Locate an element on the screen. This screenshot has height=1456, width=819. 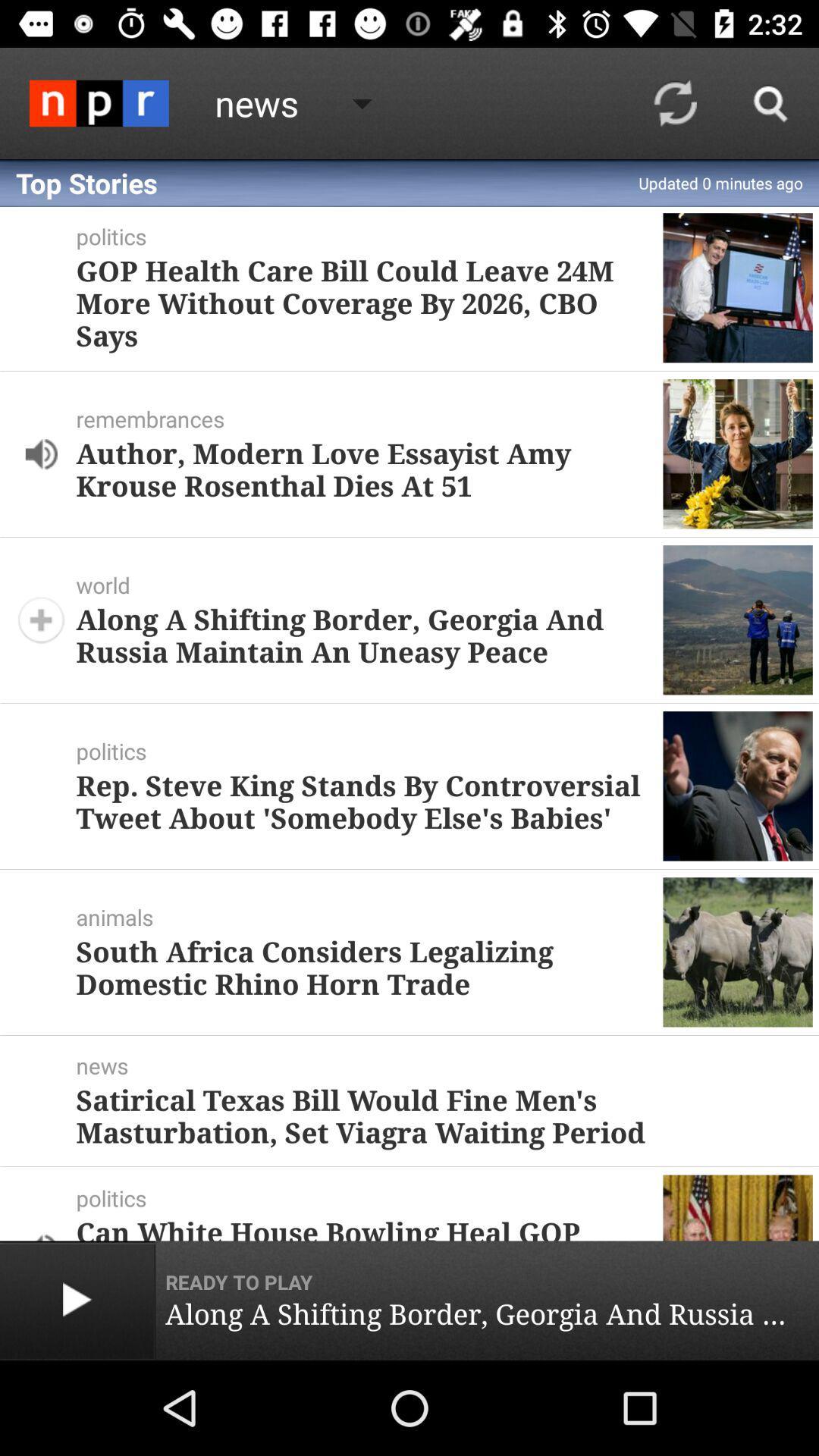
the satirical texas bill item is located at coordinates (438, 1116).